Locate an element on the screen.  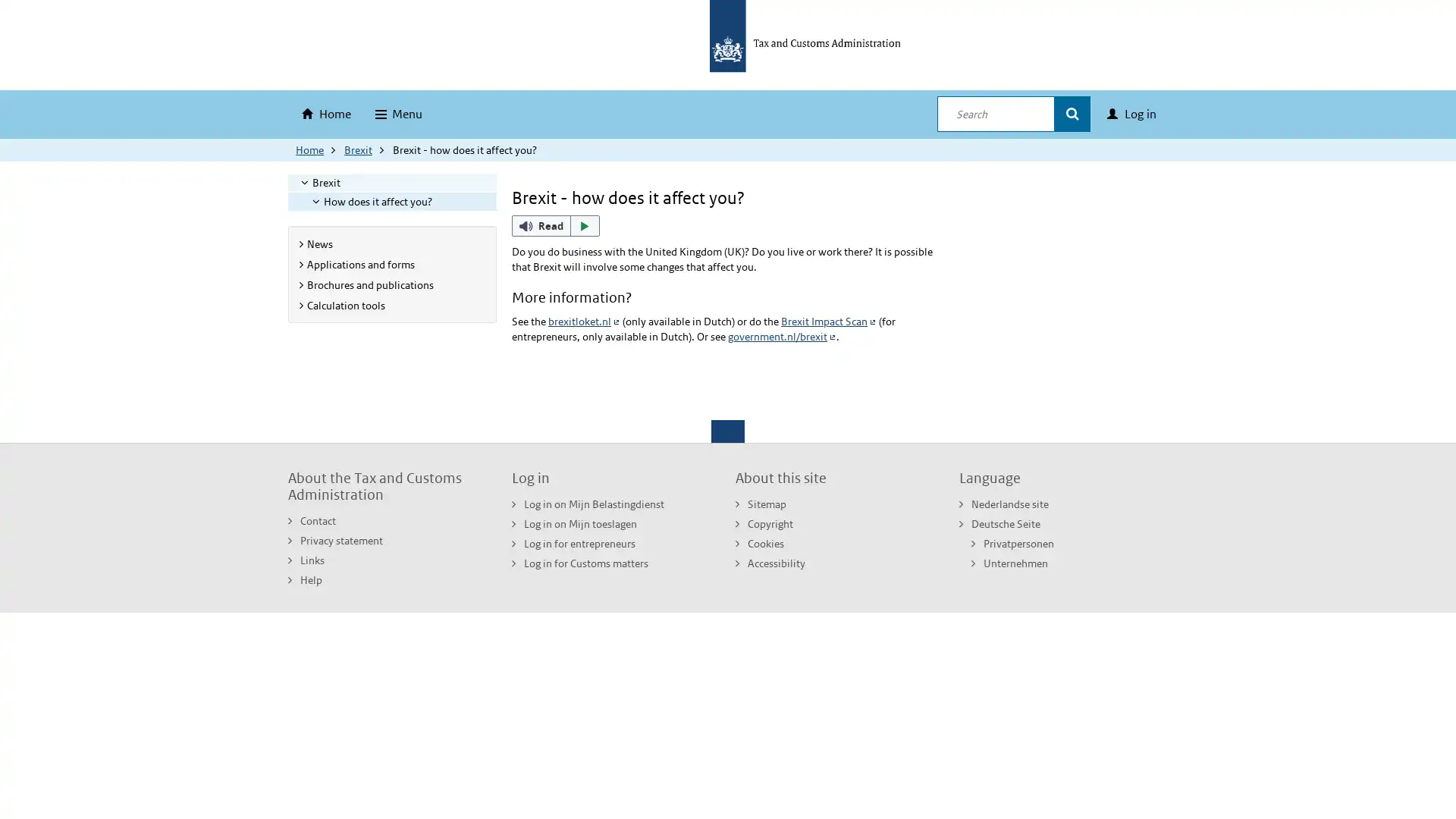
ReadSpeaker webReader: Listen with webReader is located at coordinates (555, 225).